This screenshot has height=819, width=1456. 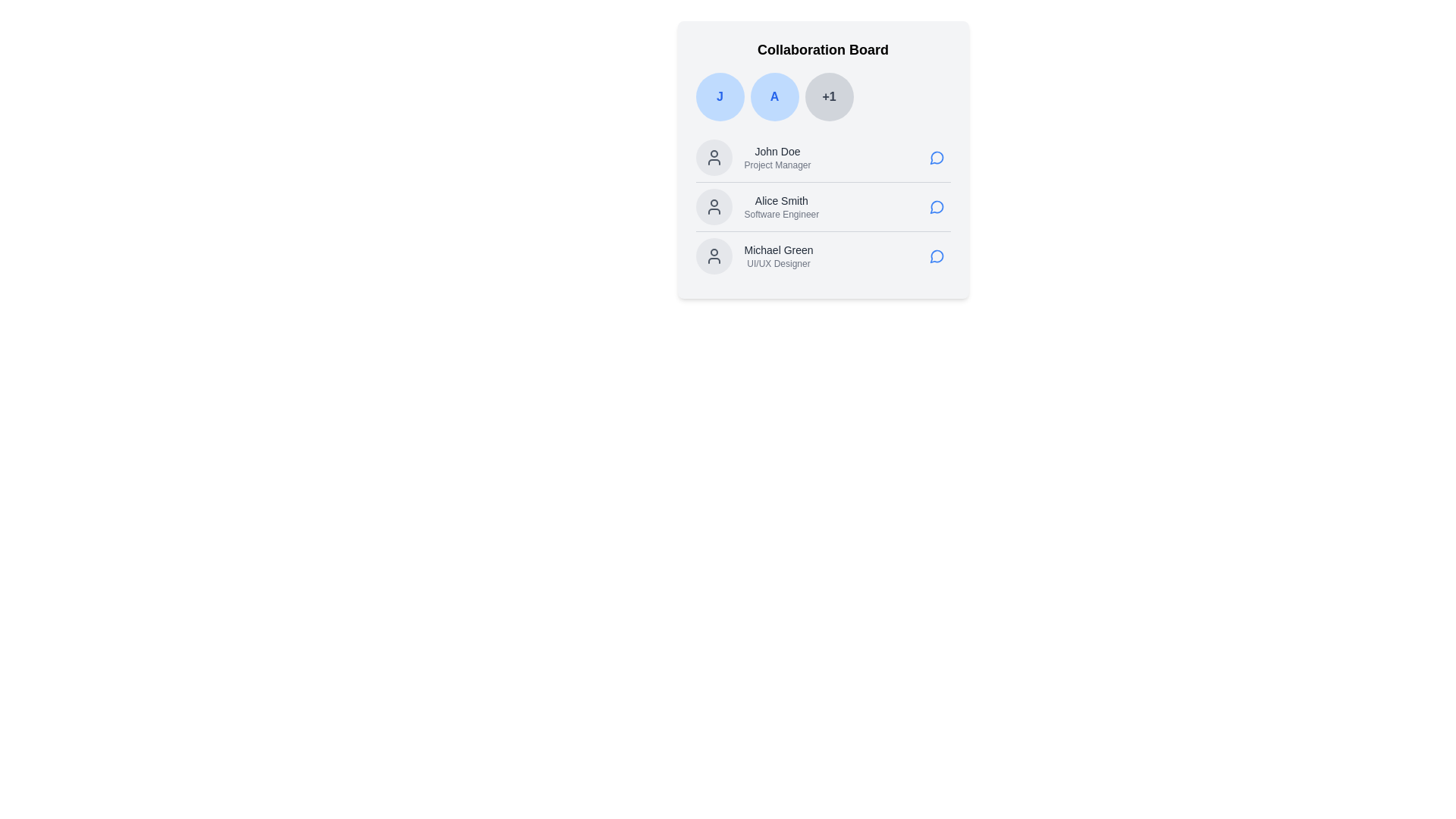 What do you see at coordinates (822, 96) in the screenshot?
I see `the 'A' circle in the group of avatar indicators located under the 'Collaboration Board' label` at bounding box center [822, 96].